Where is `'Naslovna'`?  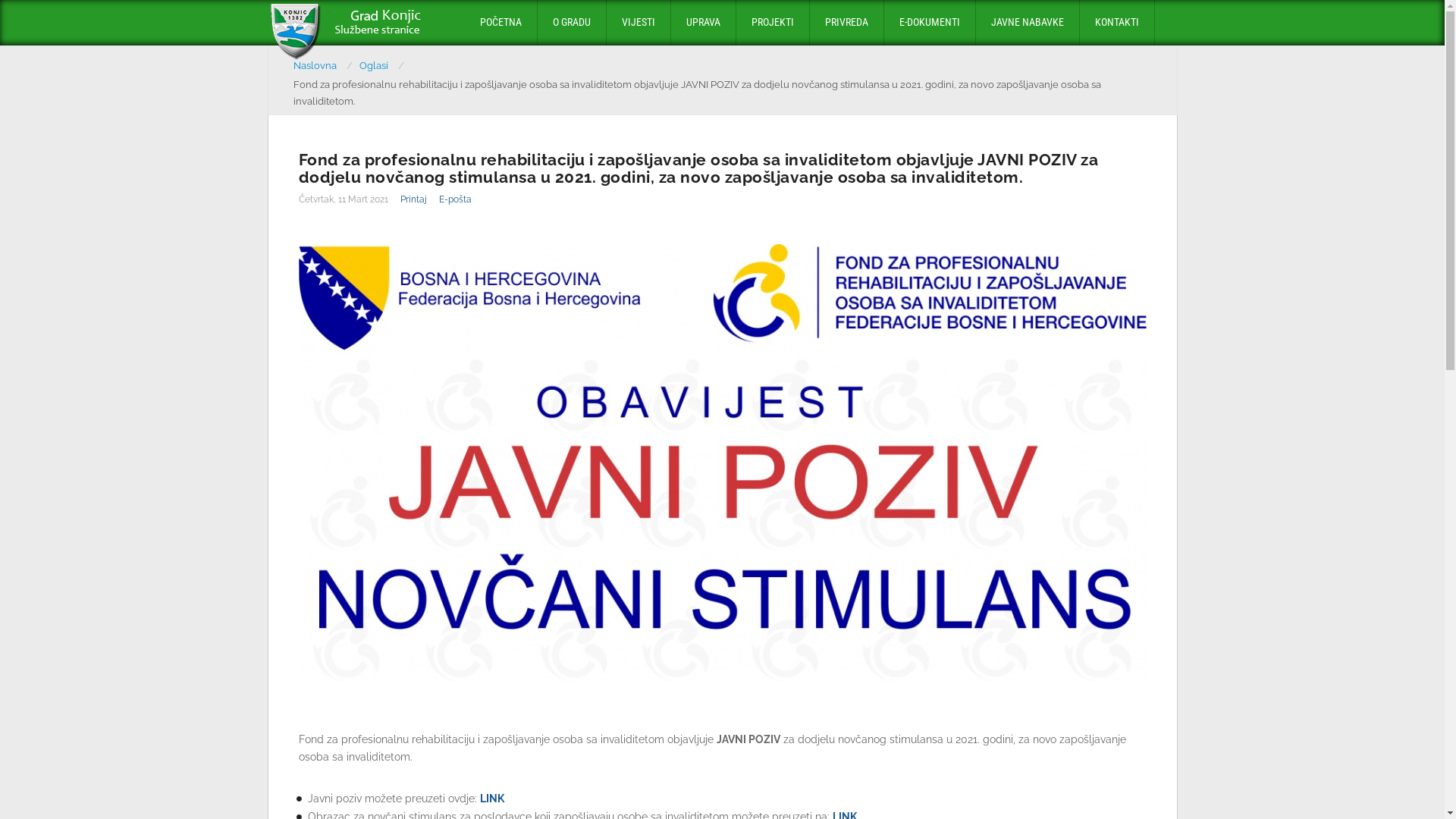
'Naslovna' is located at coordinates (293, 65).